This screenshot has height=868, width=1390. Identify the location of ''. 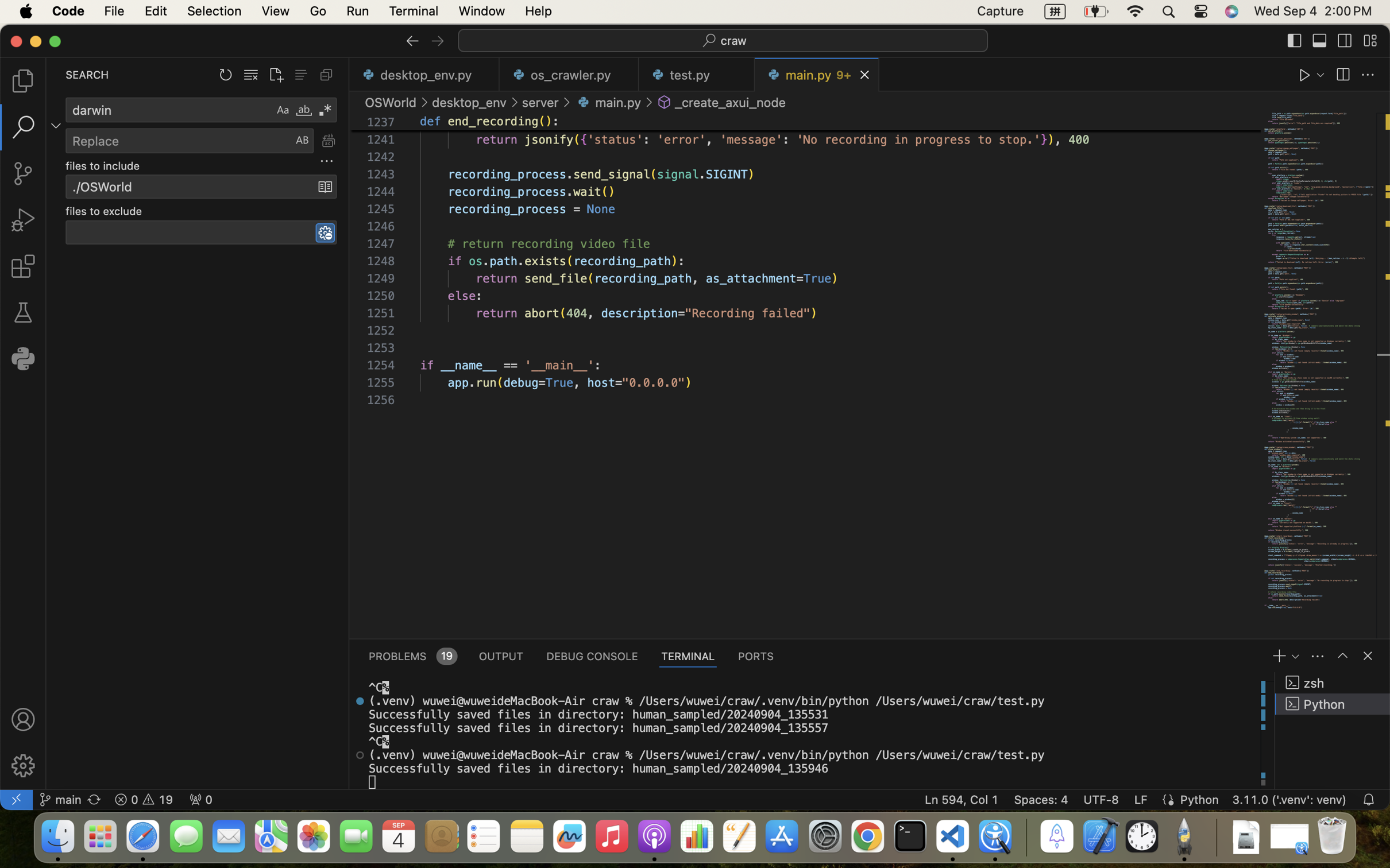
(1370, 40).